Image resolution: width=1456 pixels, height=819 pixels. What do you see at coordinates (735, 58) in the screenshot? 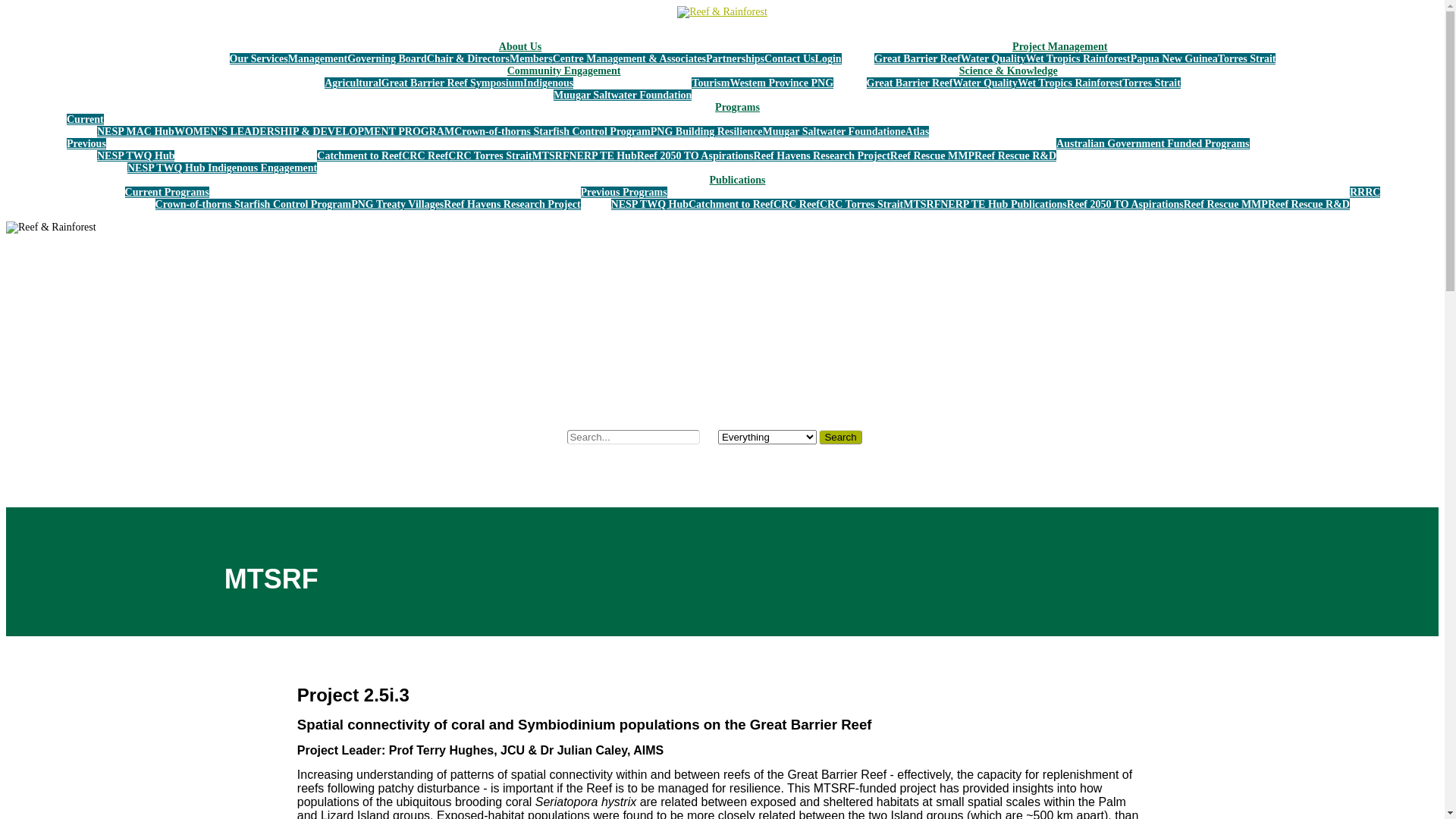
I see `'Partnerships'` at bounding box center [735, 58].